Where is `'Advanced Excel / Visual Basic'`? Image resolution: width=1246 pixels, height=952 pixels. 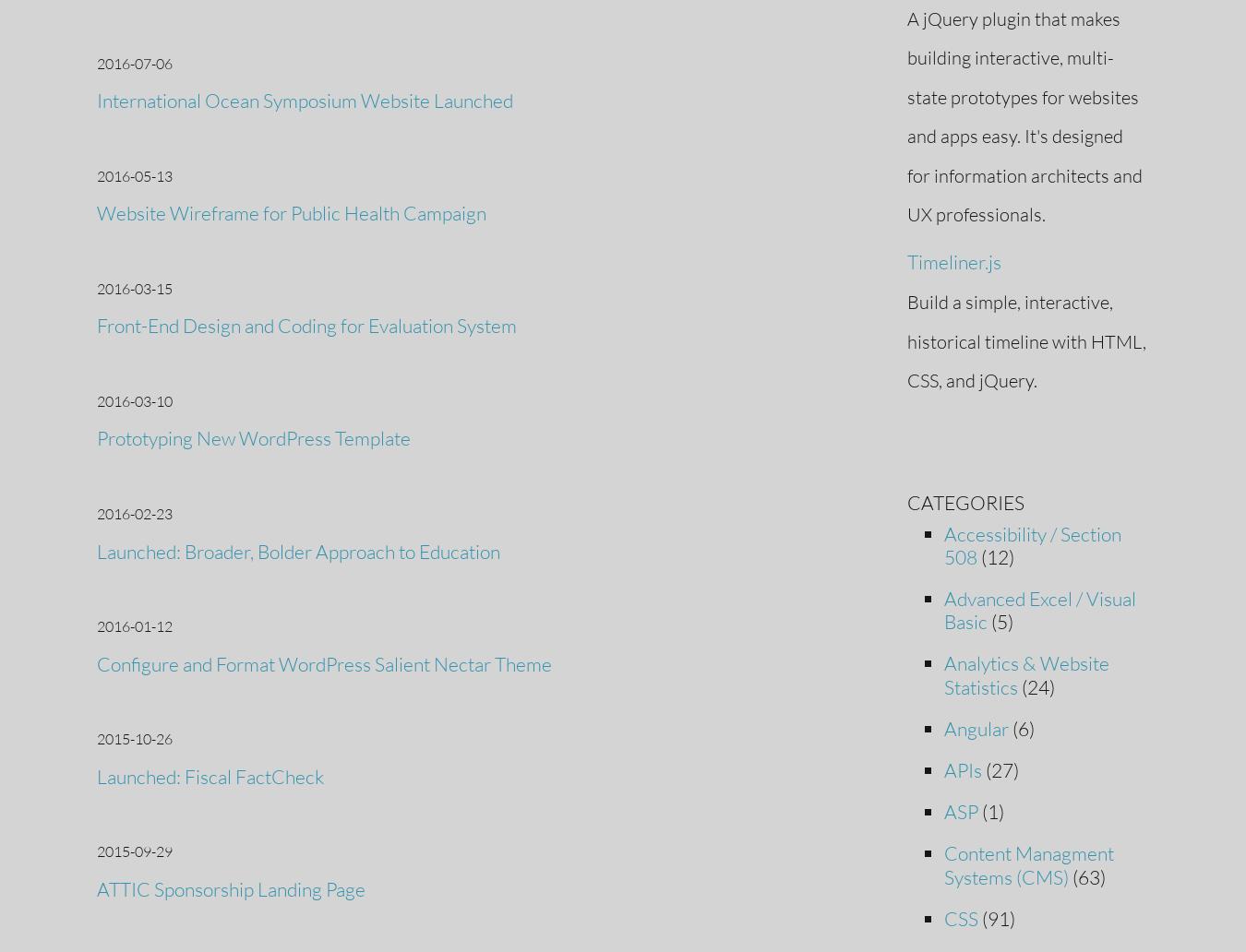
'Advanced Excel / Visual Basic' is located at coordinates (1038, 609).